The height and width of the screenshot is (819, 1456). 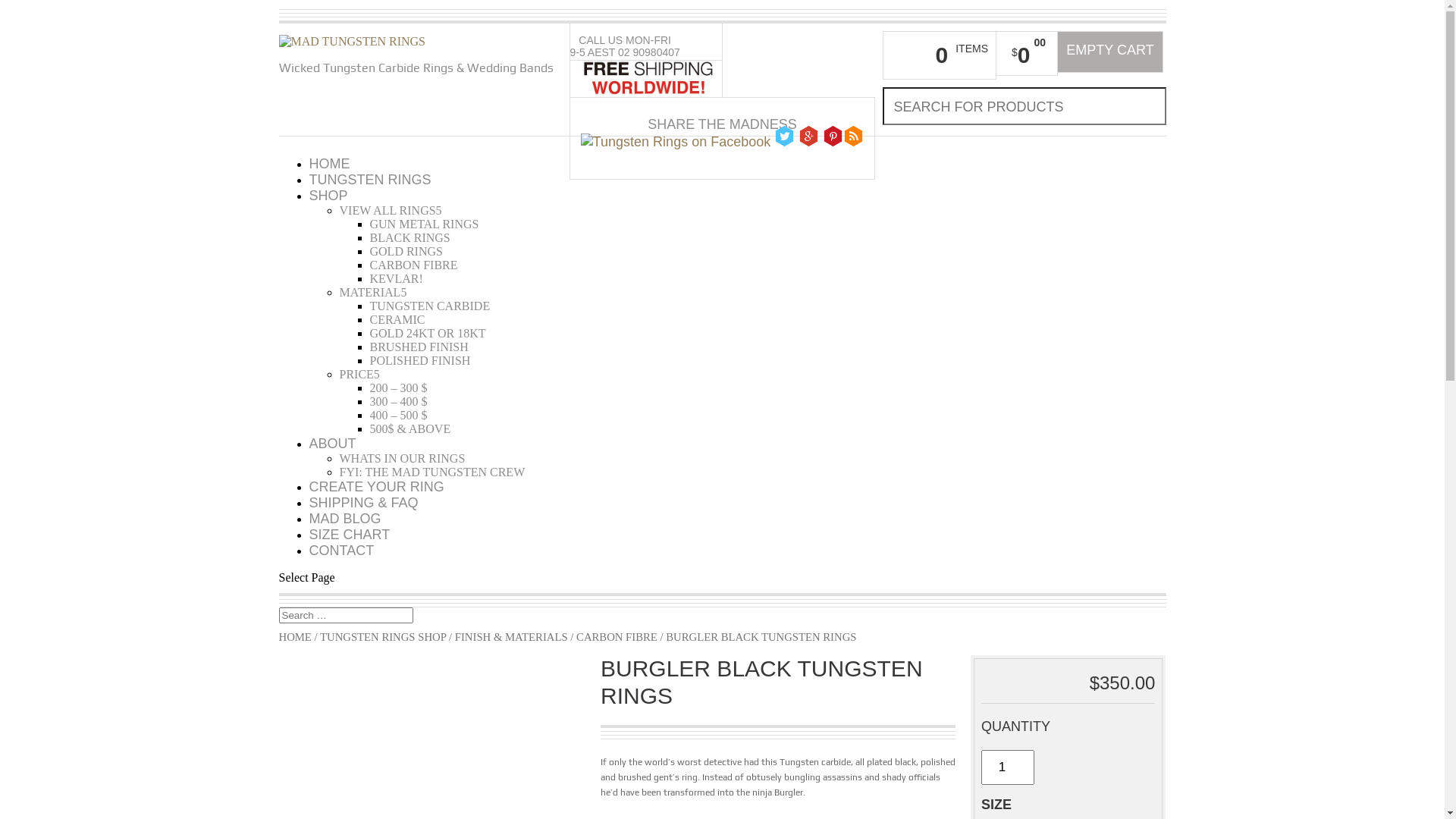 What do you see at coordinates (370, 178) in the screenshot?
I see `'TUNGSTEN RINGS'` at bounding box center [370, 178].